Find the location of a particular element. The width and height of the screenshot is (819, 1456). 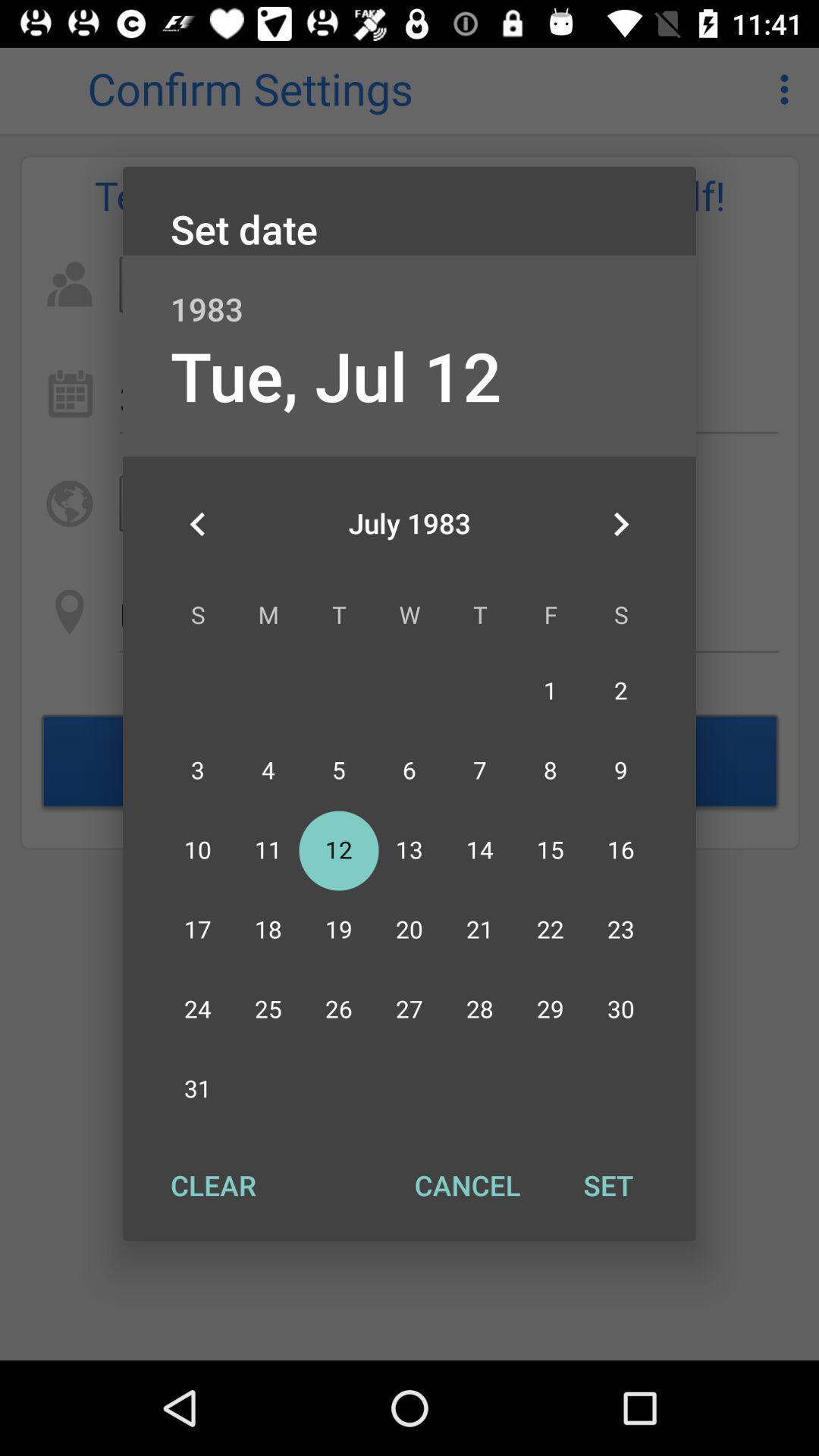

the item below tue, jul 12 is located at coordinates (197, 524).